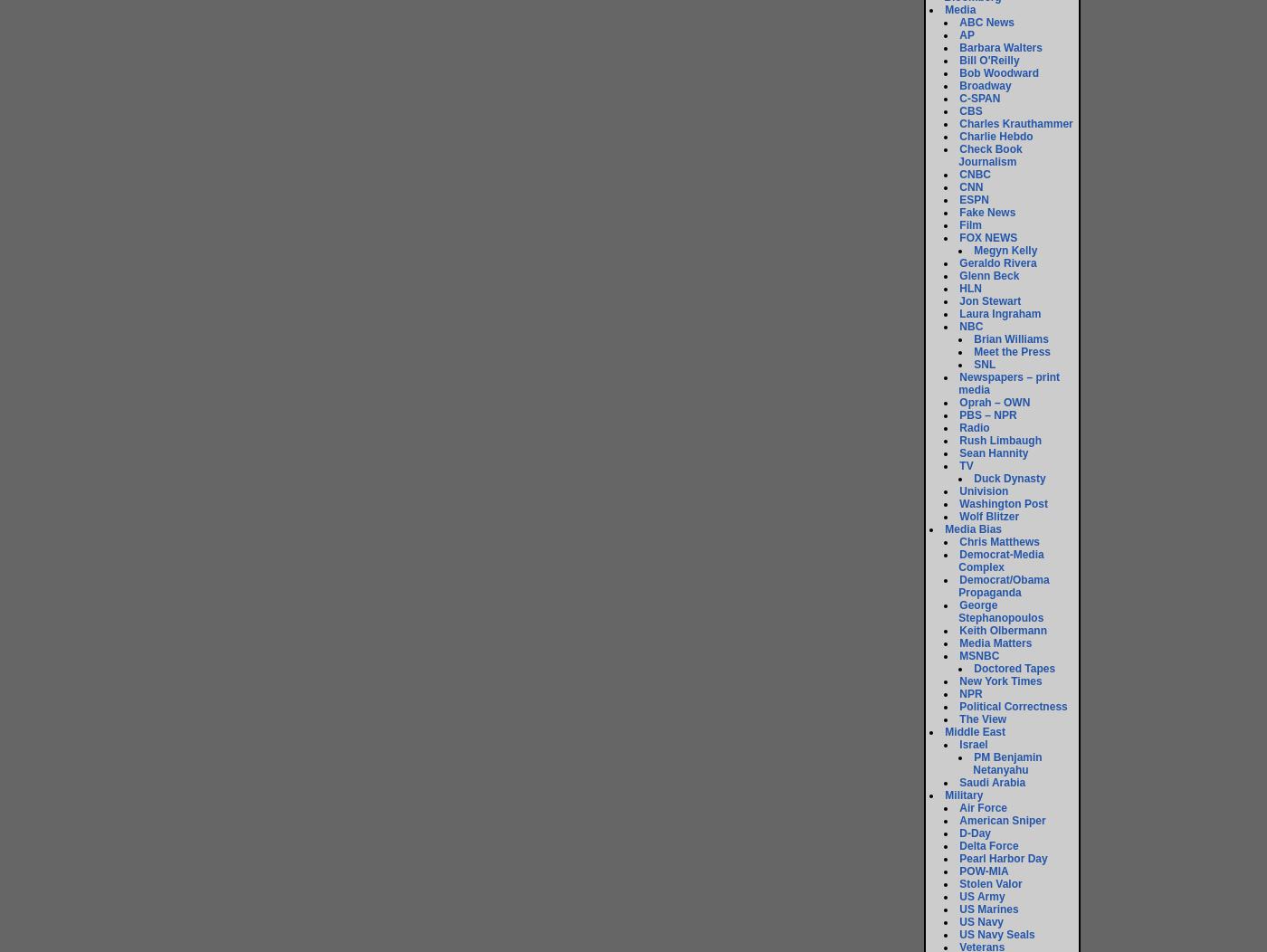 This screenshot has height=952, width=1267. I want to click on 'Democrat/Obama Propaganda', so click(1003, 586).